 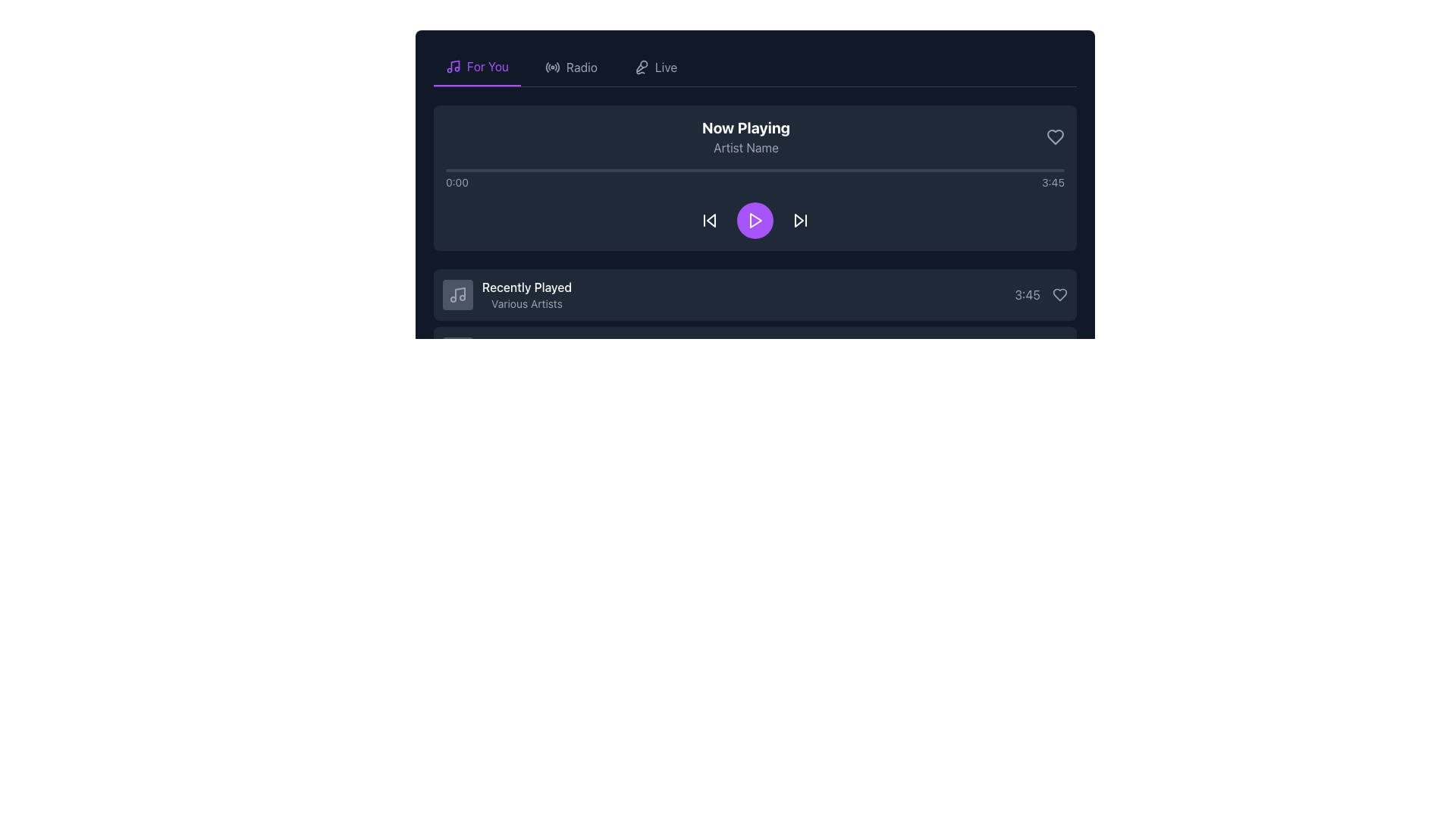 What do you see at coordinates (552, 66) in the screenshot?
I see `the radio wave transmission icon located in the navigation bar, positioned between the 'For You' tab and the 'Live' tab` at bounding box center [552, 66].